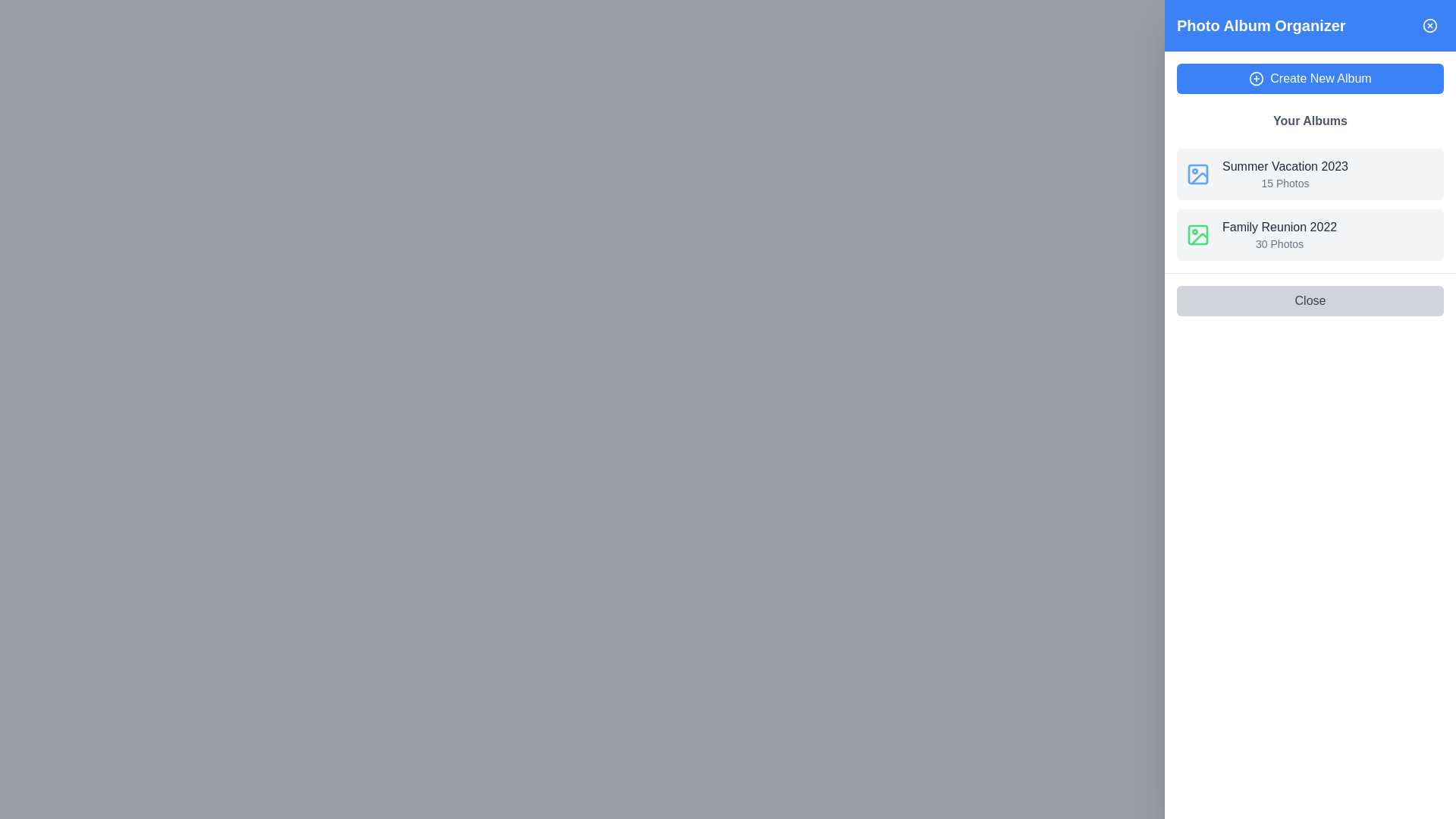 Image resolution: width=1456 pixels, height=819 pixels. What do you see at coordinates (1284, 174) in the screenshot?
I see `text block element displaying 'Summer Vacation 2023' and '15 Photos' located to the right of the blue icon in the top album entry of the 'Your Albums' section in the 'Photo Album Organizer' panel` at bounding box center [1284, 174].